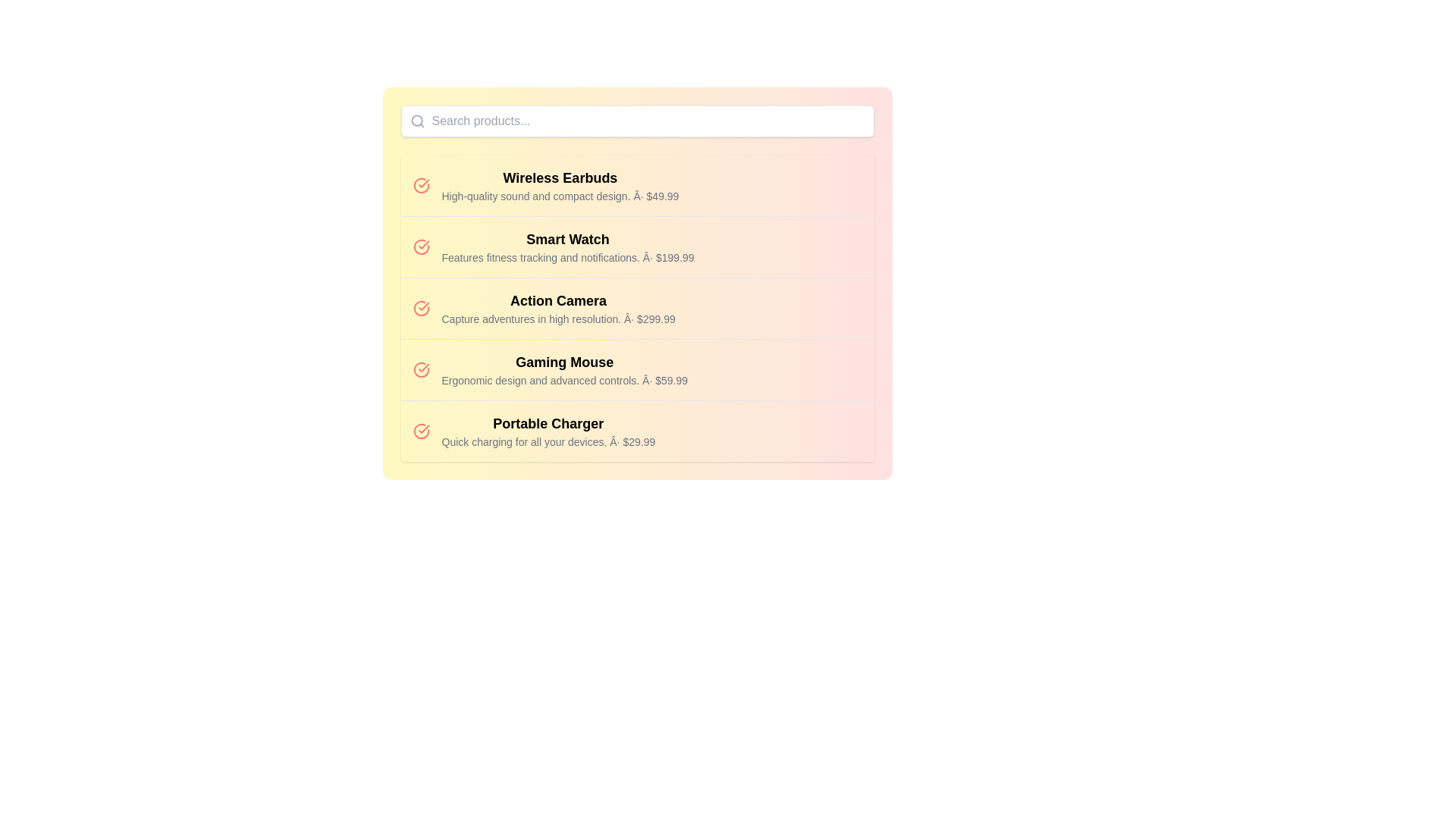 Image resolution: width=1456 pixels, height=819 pixels. I want to click on the first product listing for 'Wireless Earbuds', so click(637, 185).